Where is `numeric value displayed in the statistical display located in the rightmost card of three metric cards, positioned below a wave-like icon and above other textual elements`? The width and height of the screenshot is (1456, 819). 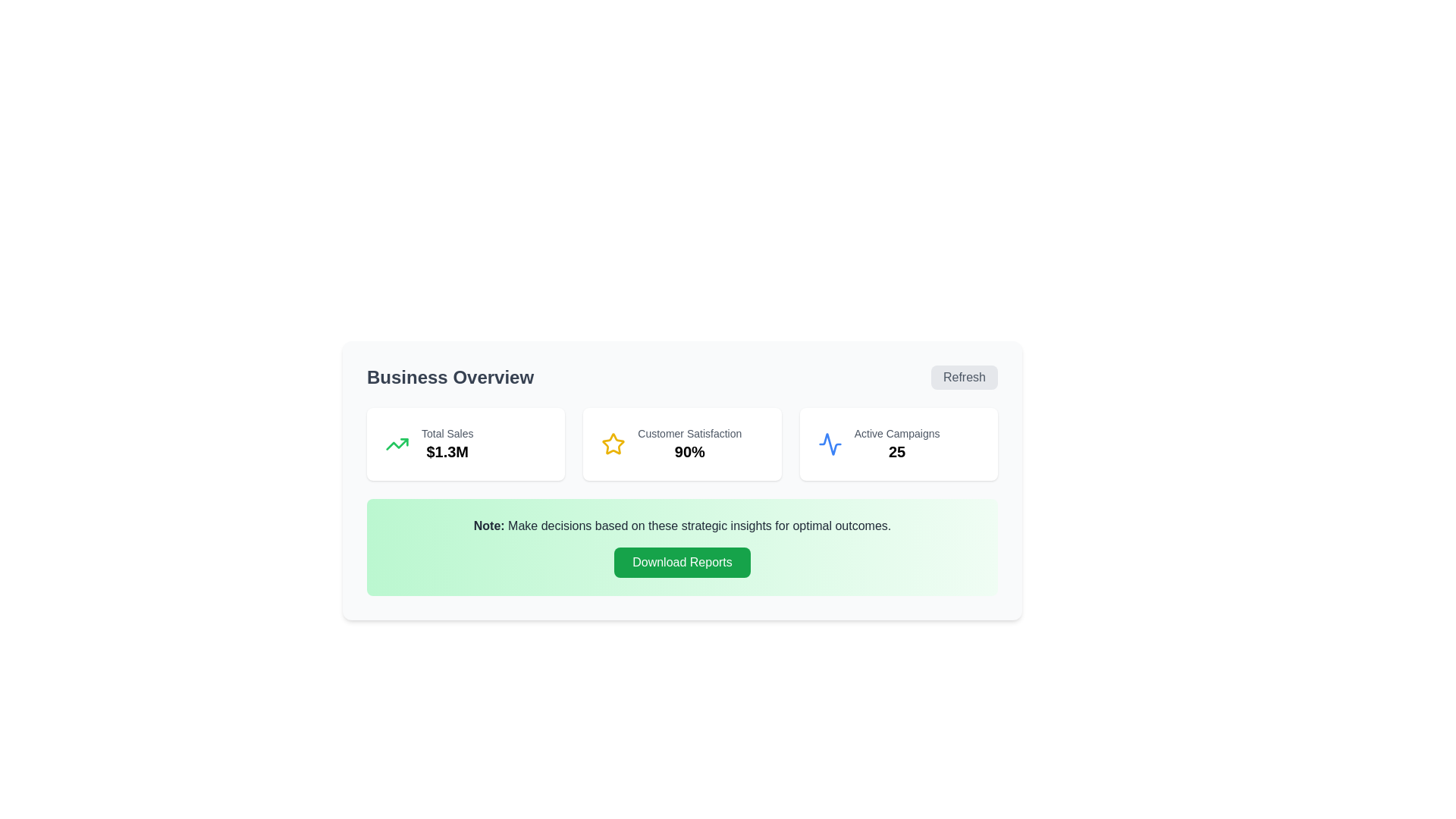
numeric value displayed in the statistical display located in the rightmost card of three metric cards, positioned below a wave-like icon and above other textual elements is located at coordinates (897, 444).